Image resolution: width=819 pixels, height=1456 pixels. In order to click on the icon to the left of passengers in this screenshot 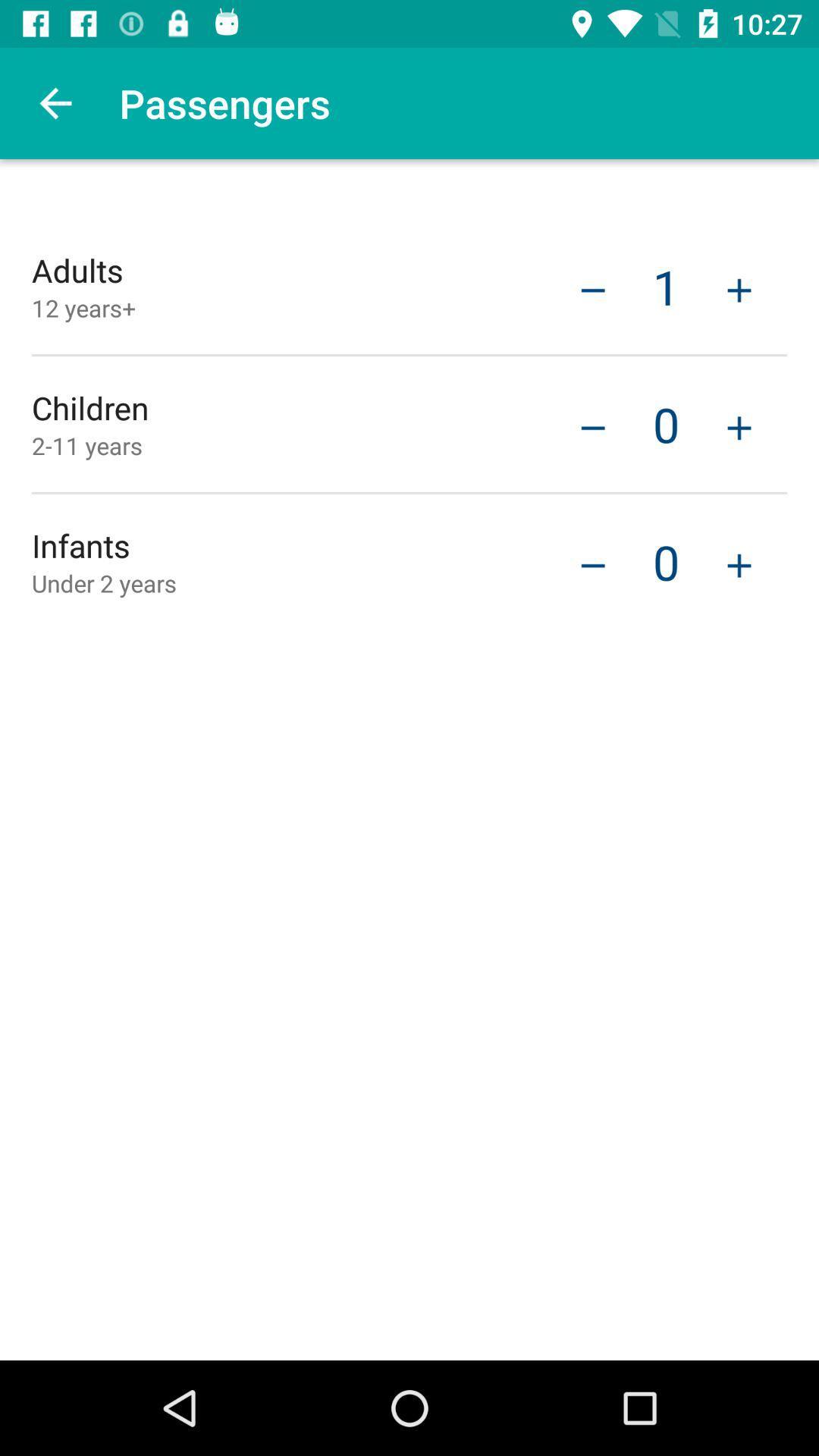, I will do `click(55, 102)`.